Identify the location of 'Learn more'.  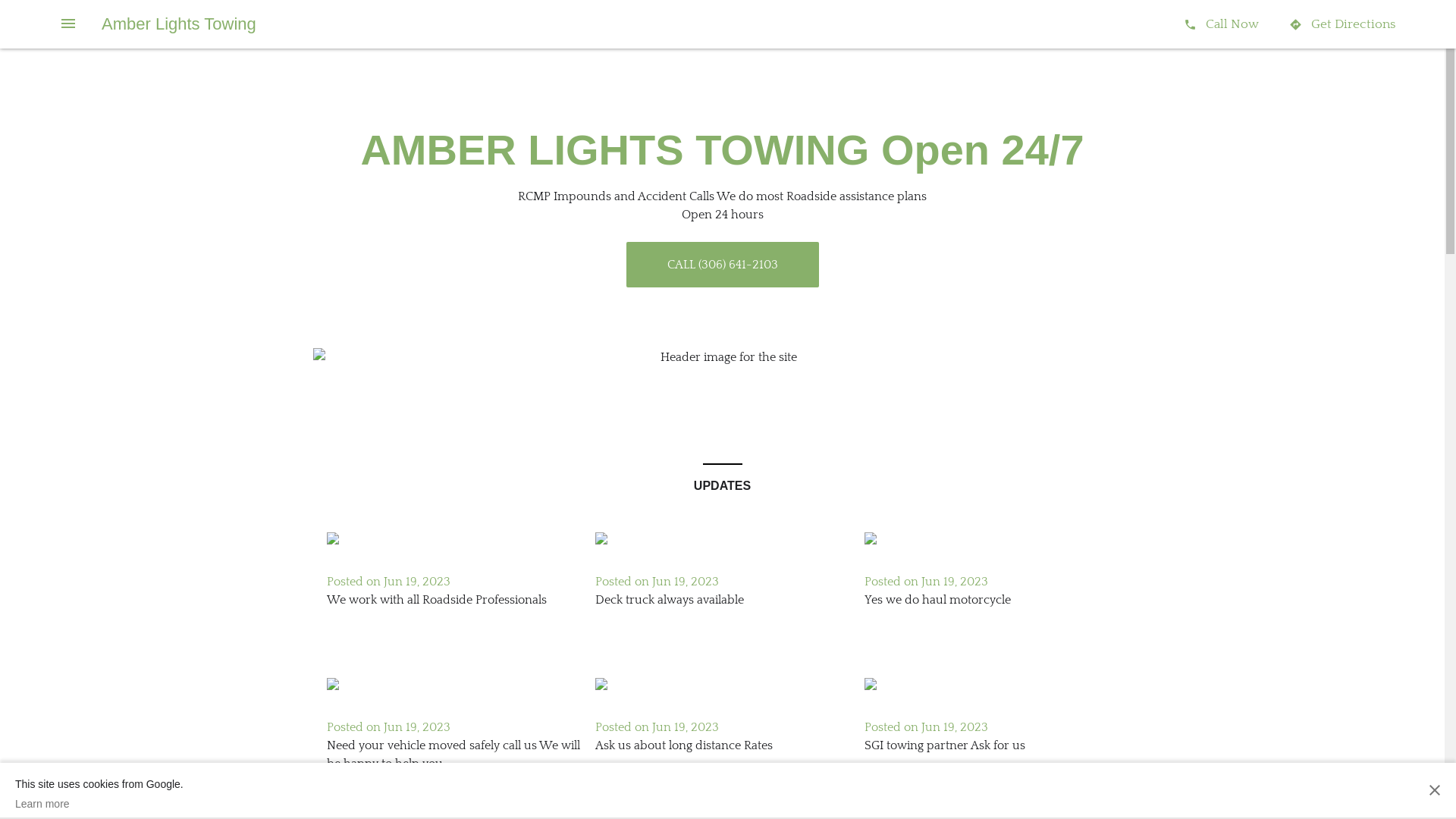
(98, 803).